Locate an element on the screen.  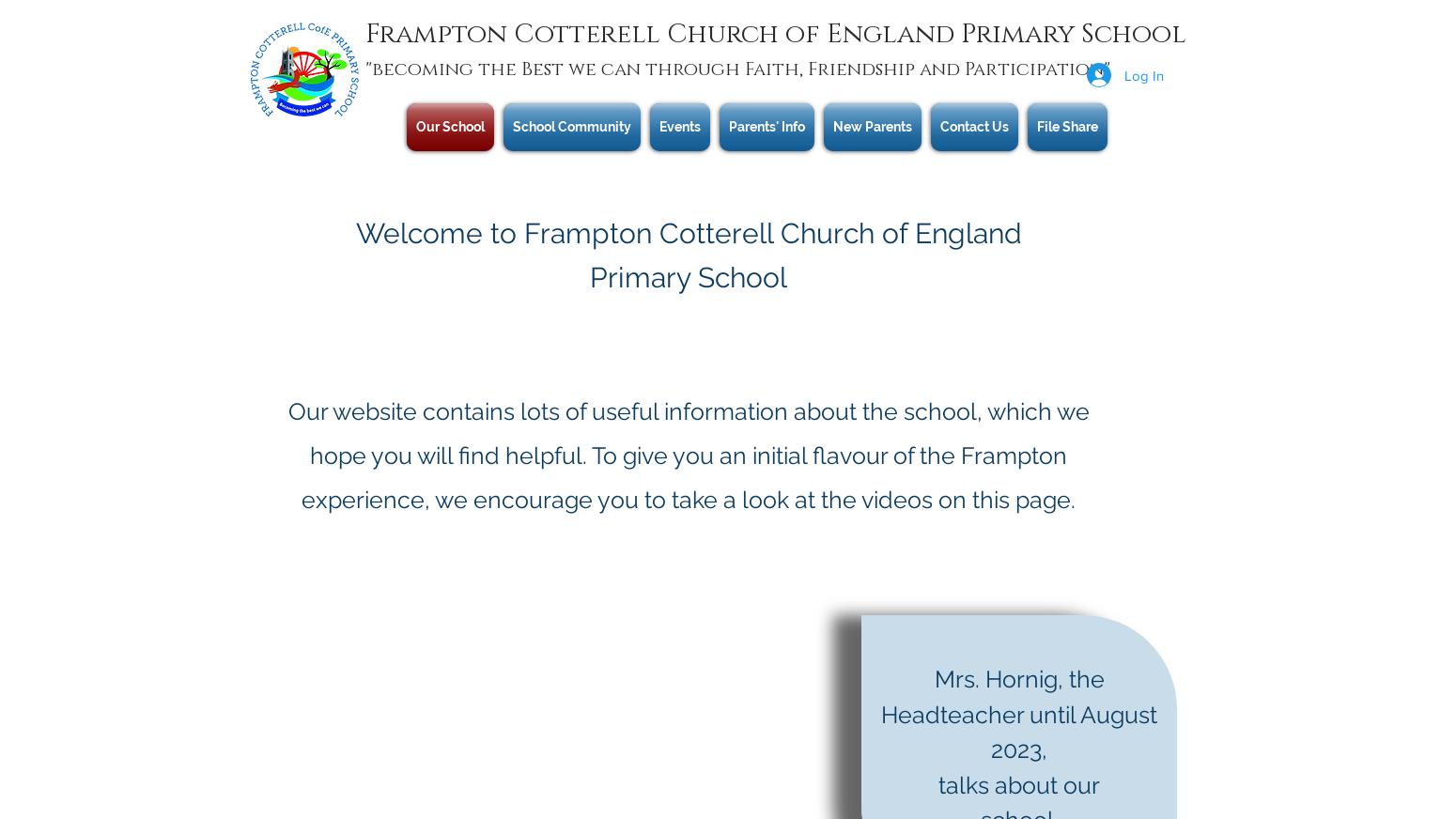
'File Share' is located at coordinates (1066, 126).